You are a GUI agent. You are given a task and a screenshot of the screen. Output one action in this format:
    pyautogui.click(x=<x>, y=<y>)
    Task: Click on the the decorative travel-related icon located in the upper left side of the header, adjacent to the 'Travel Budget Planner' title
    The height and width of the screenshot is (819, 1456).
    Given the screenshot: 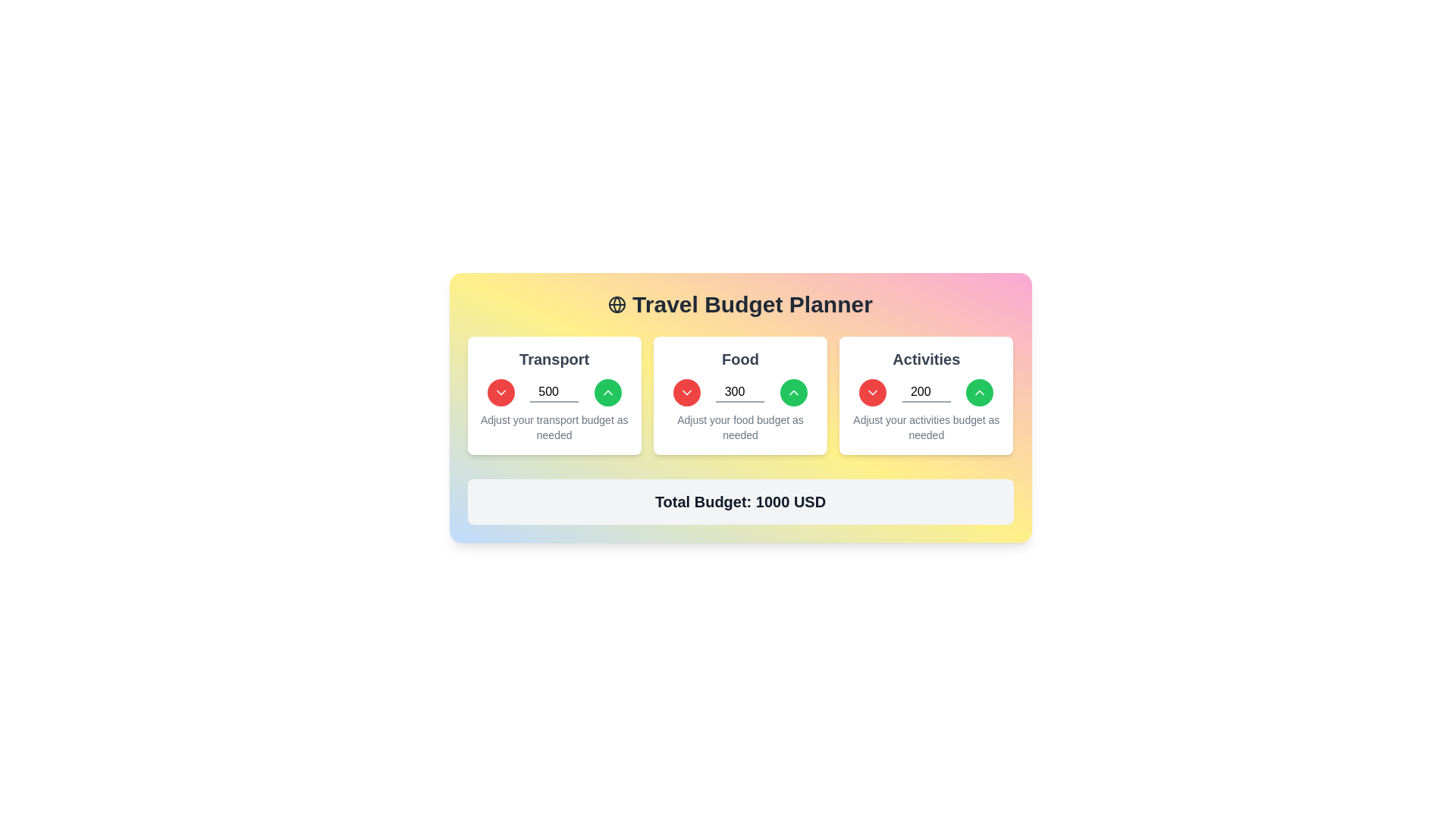 What is the action you would take?
    pyautogui.click(x=617, y=304)
    